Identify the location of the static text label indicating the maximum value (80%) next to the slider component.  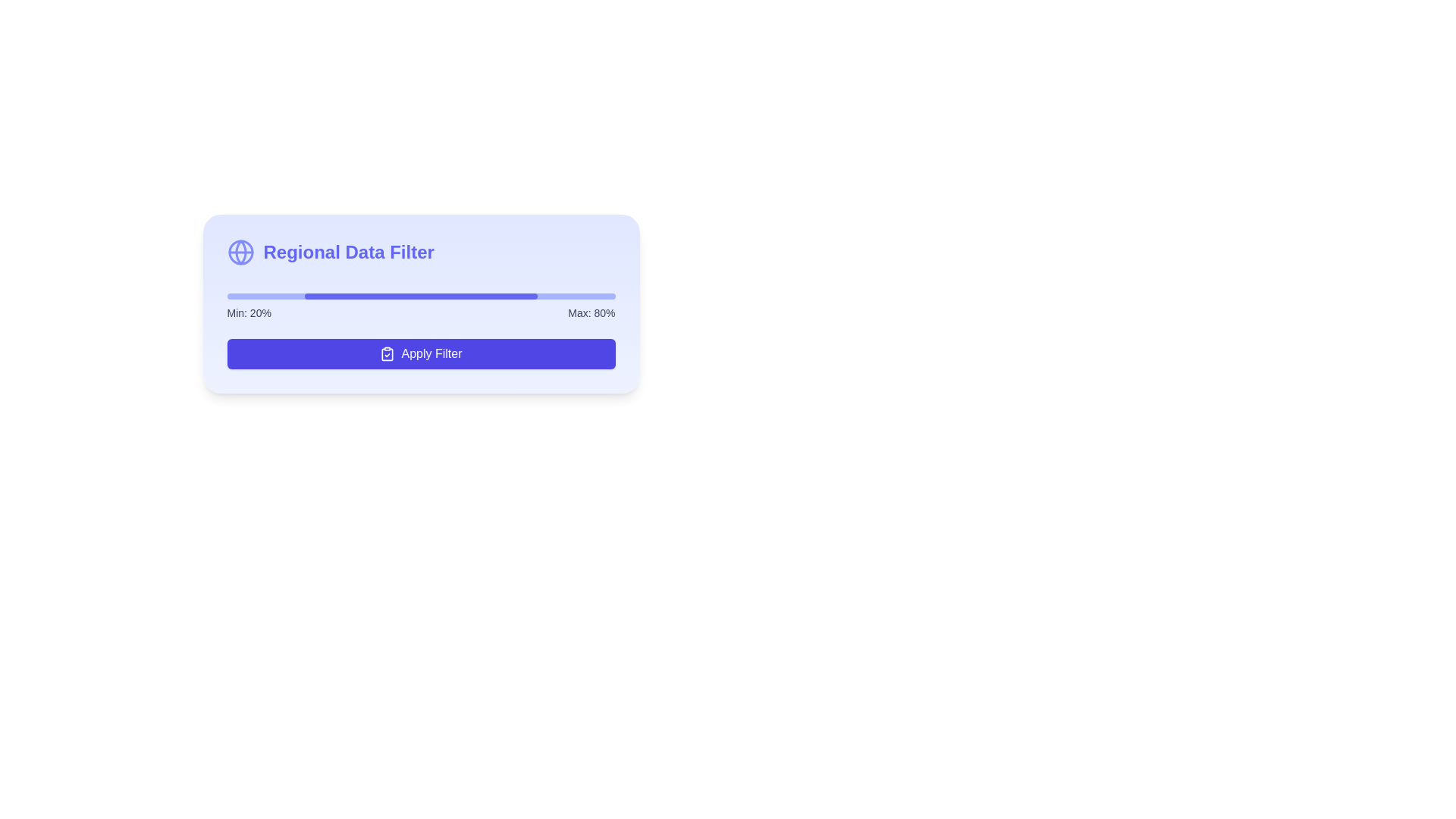
(591, 312).